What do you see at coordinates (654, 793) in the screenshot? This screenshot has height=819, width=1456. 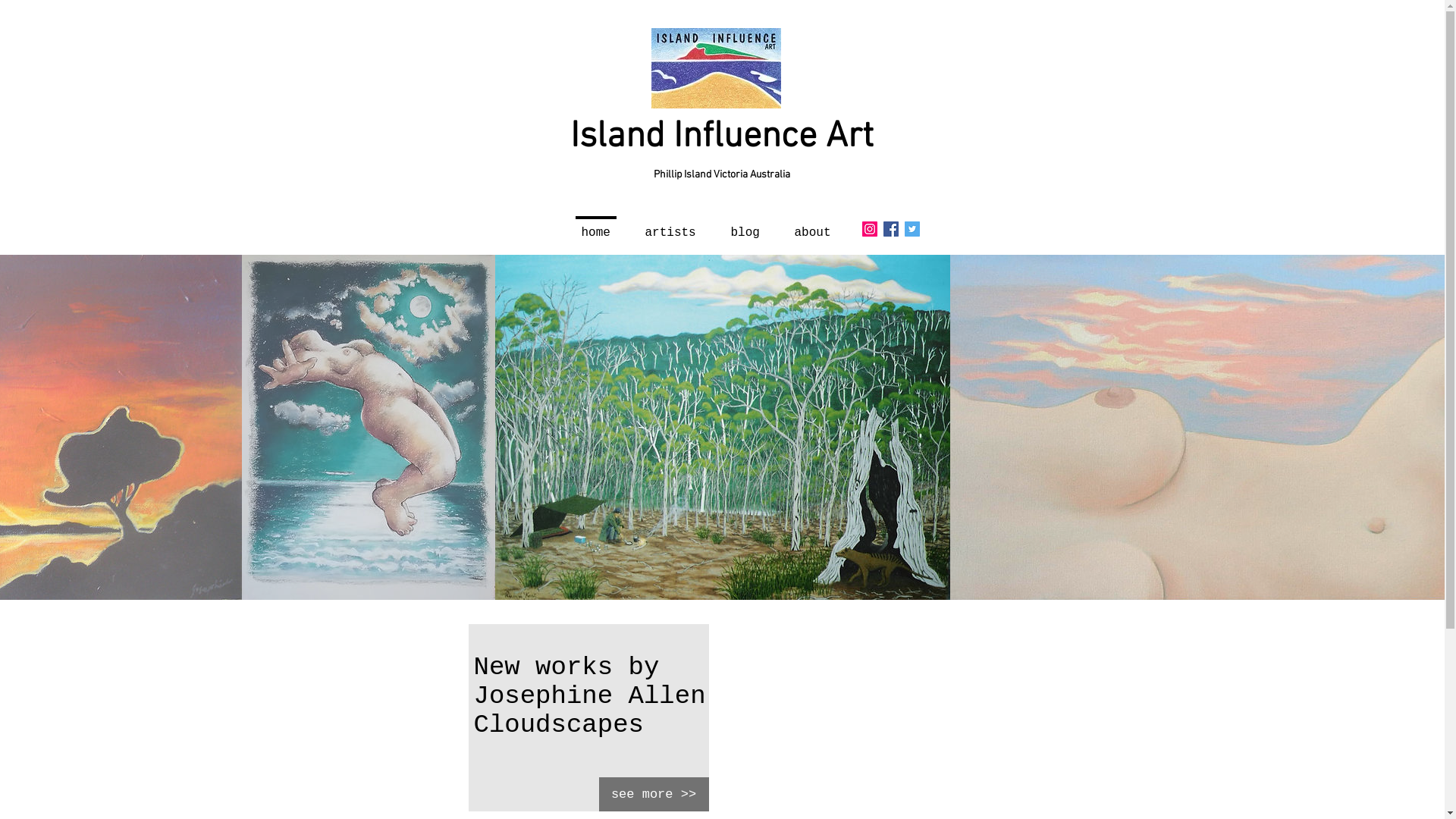 I see `'see more >>'` at bounding box center [654, 793].